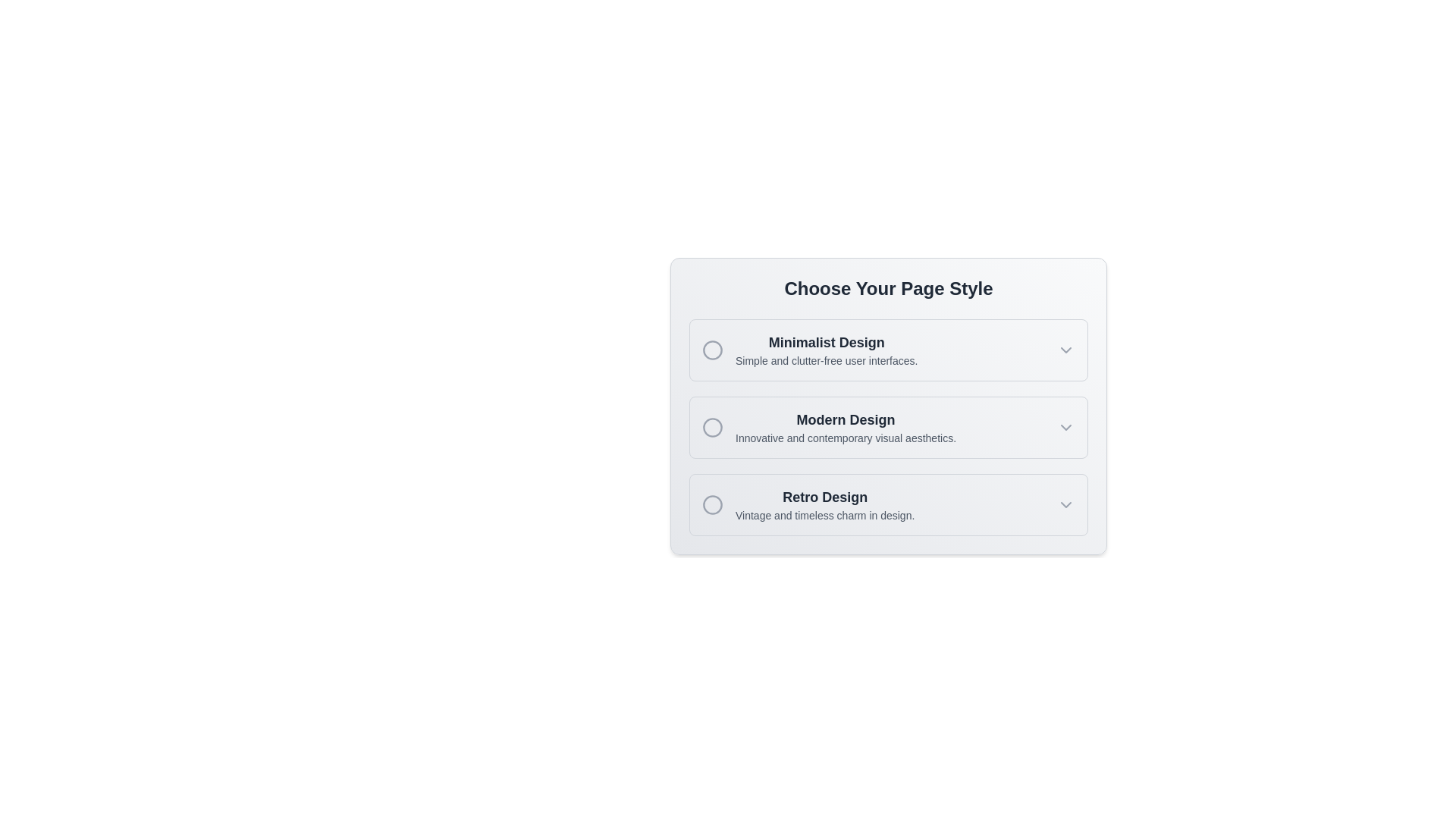 The height and width of the screenshot is (819, 1456). Describe the element at coordinates (808, 505) in the screenshot. I see `the text label describing the retro design option, which is the third selectable option under the 'Choose Your Page Style' section` at that location.